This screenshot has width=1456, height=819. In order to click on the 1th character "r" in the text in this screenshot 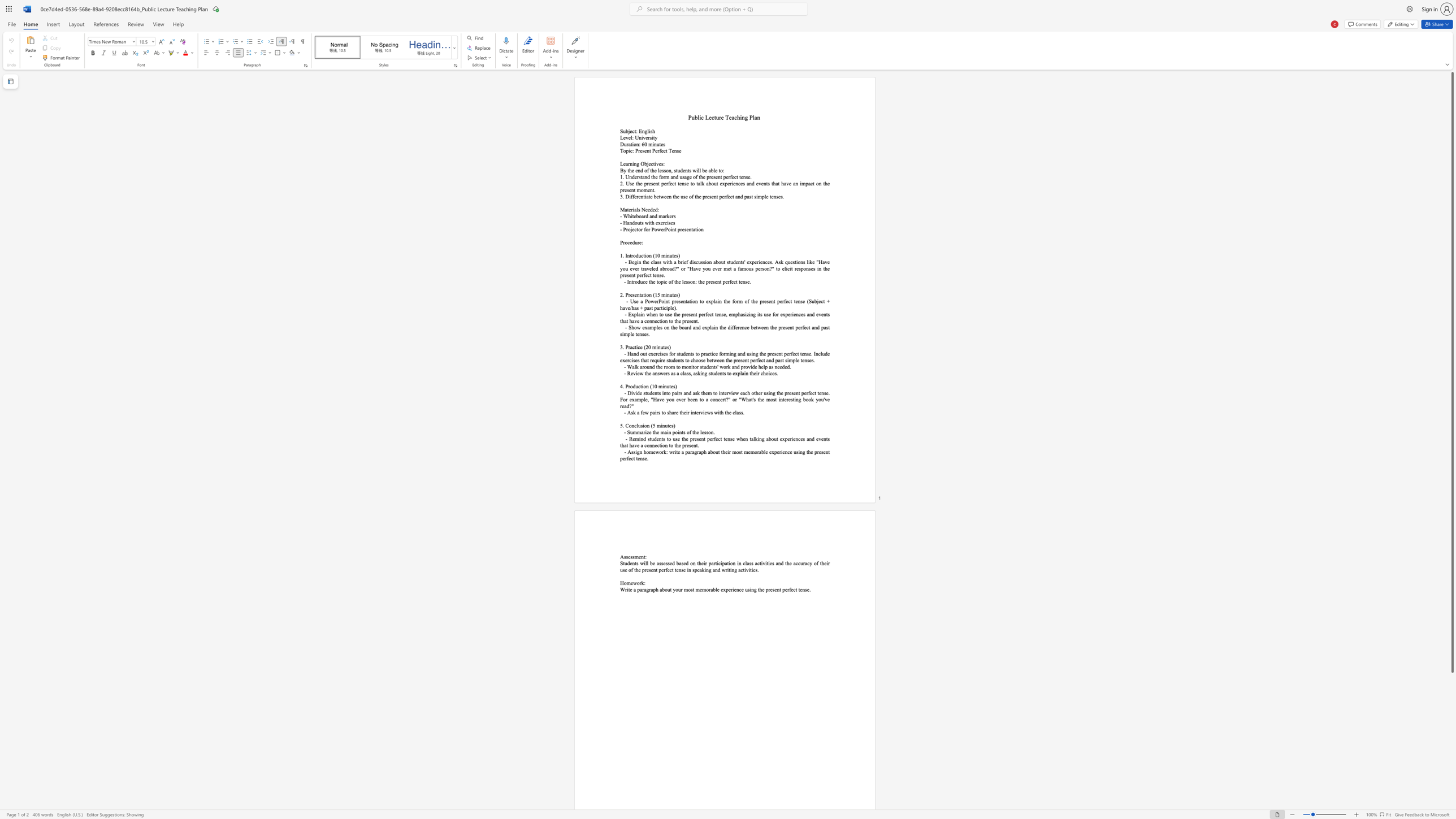, I will do `click(644, 215)`.